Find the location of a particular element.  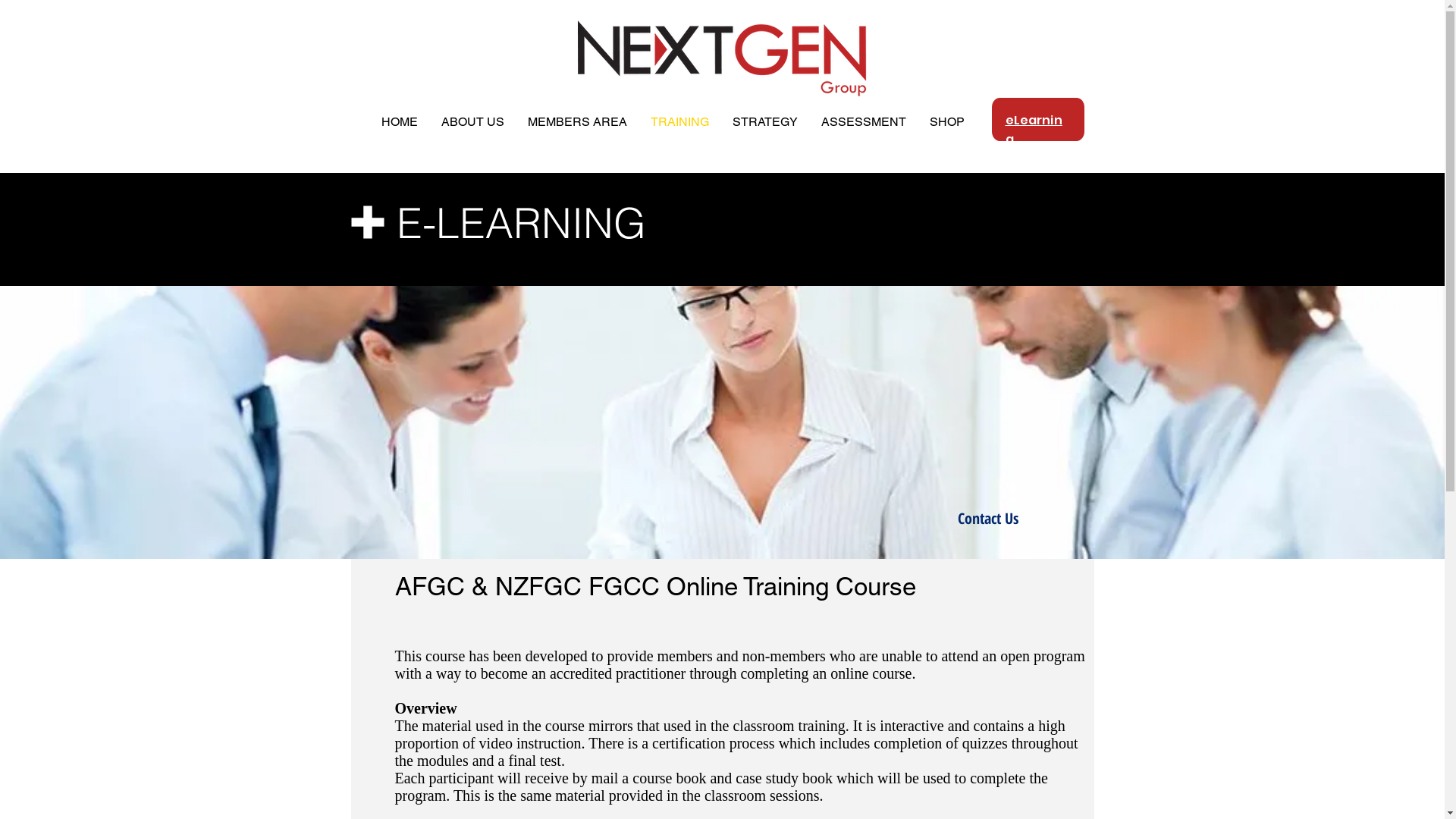

'MEMBERS AREA' is located at coordinates (576, 121).